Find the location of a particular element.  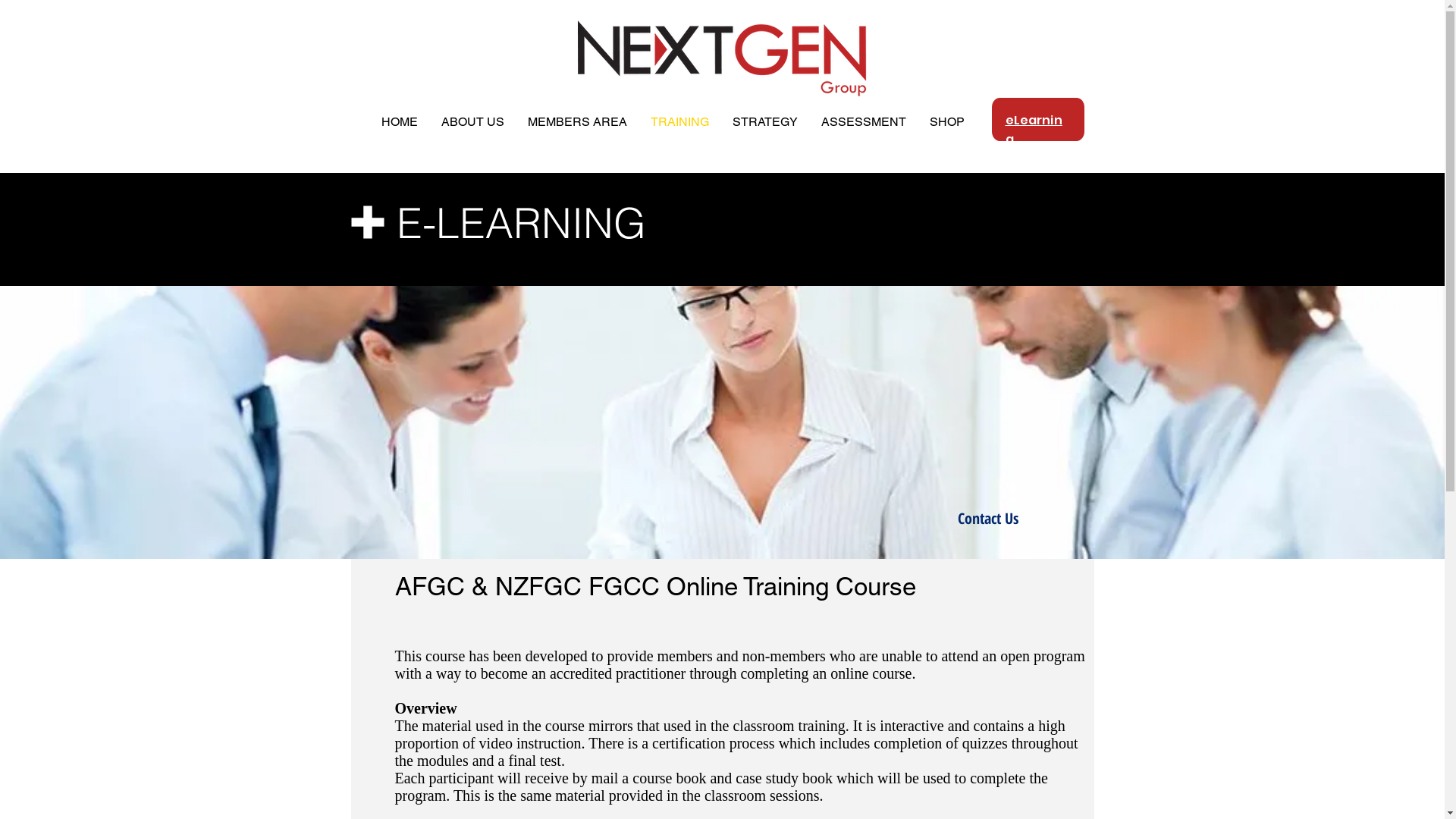

'MEMBERS AREA' is located at coordinates (576, 121).